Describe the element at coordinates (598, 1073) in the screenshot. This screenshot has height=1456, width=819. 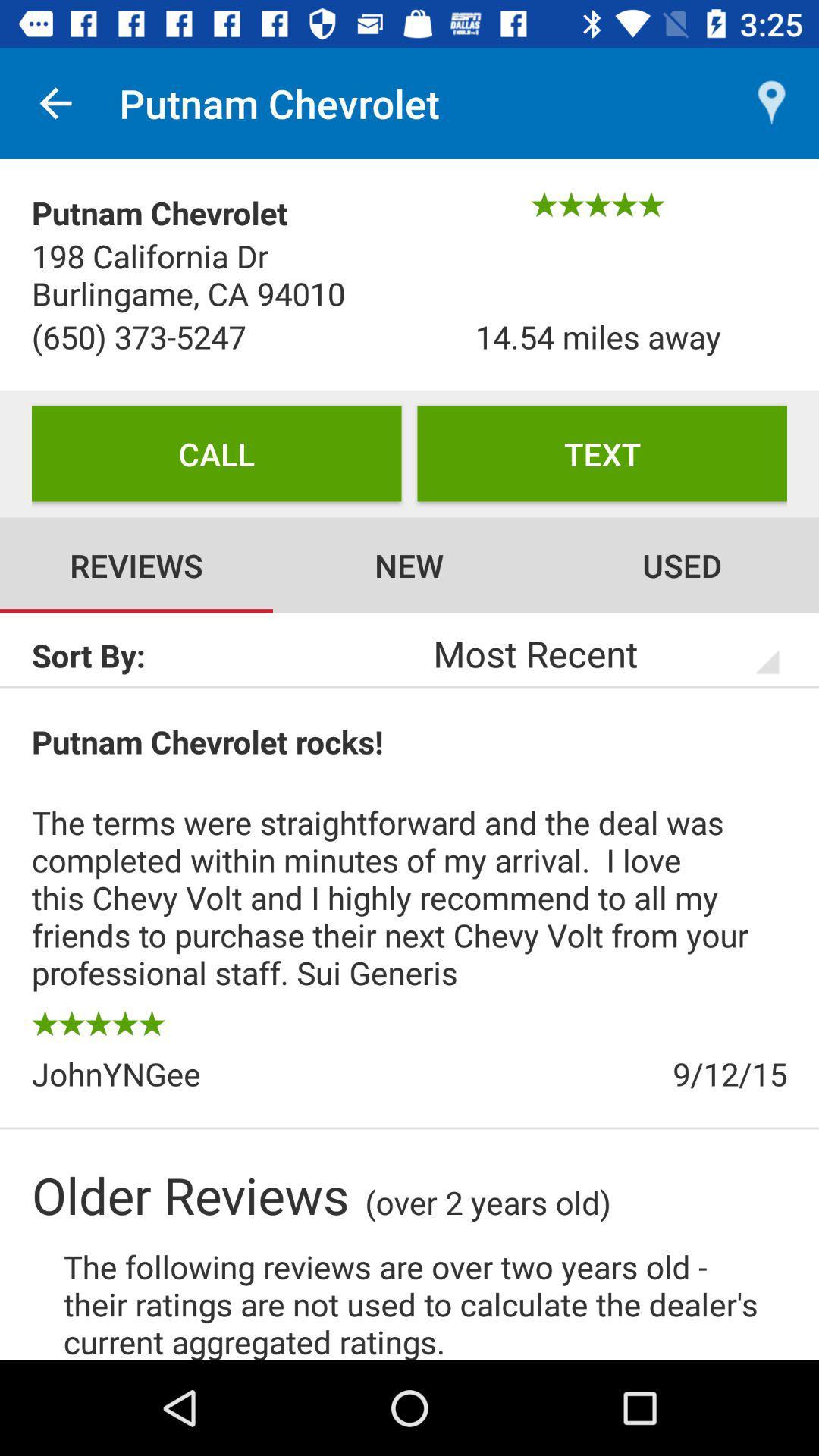
I see `the 9/12/15 icon` at that location.